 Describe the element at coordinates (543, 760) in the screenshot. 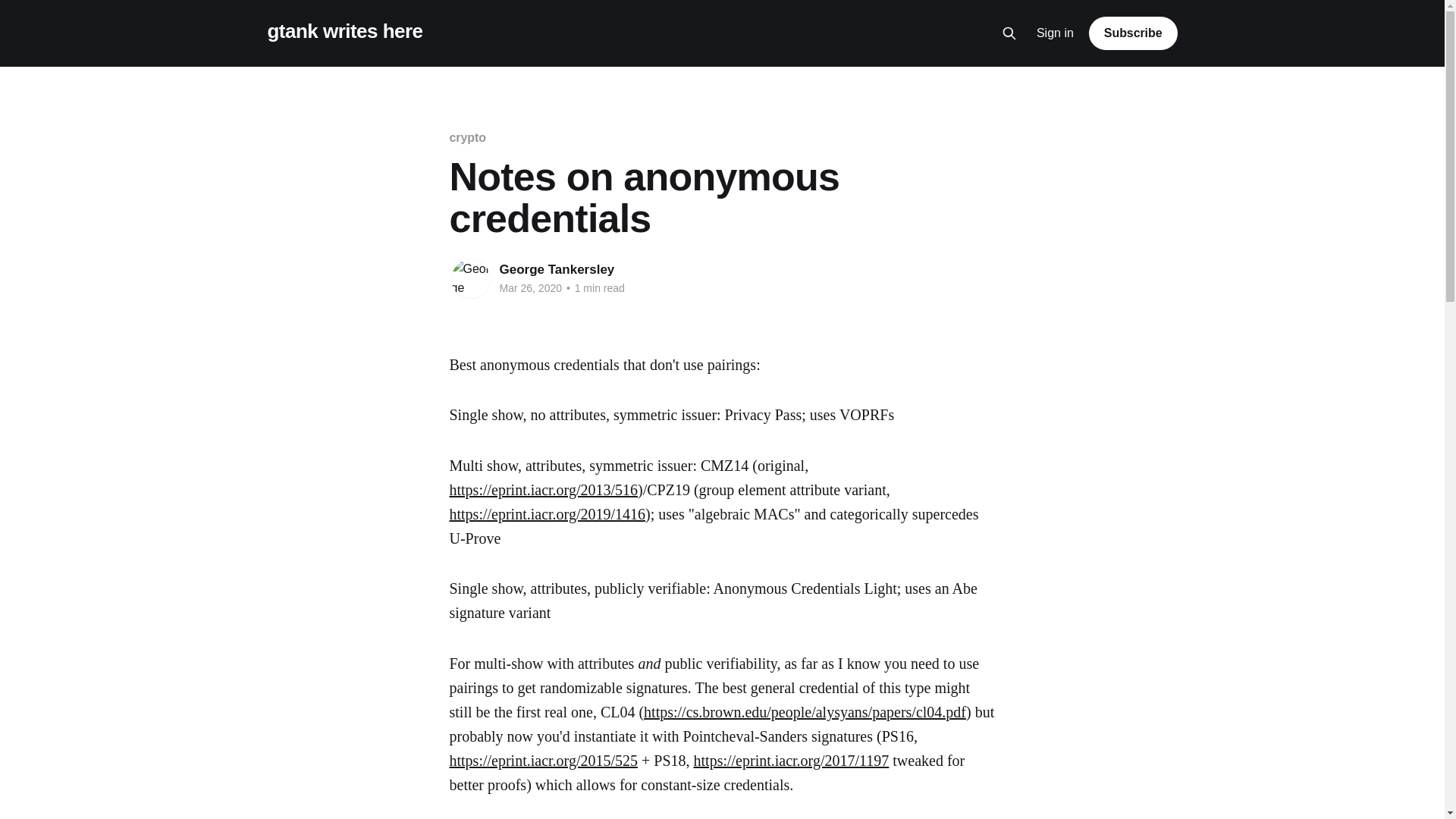

I see `'https://eprint.iacr.org/2015/525'` at that location.